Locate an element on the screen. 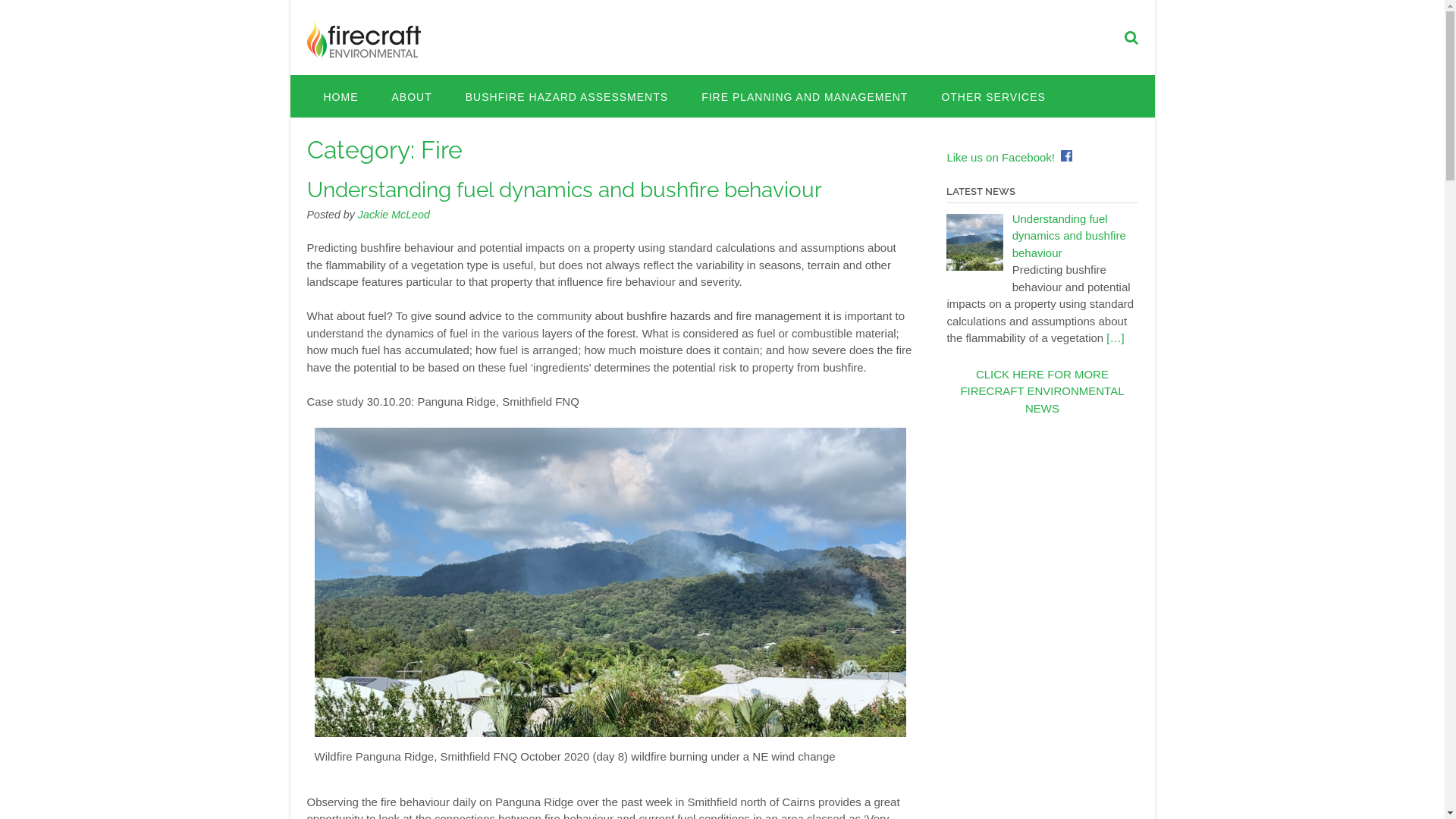 The height and width of the screenshot is (819, 1456). 'Search our website' is located at coordinates (1131, 36).